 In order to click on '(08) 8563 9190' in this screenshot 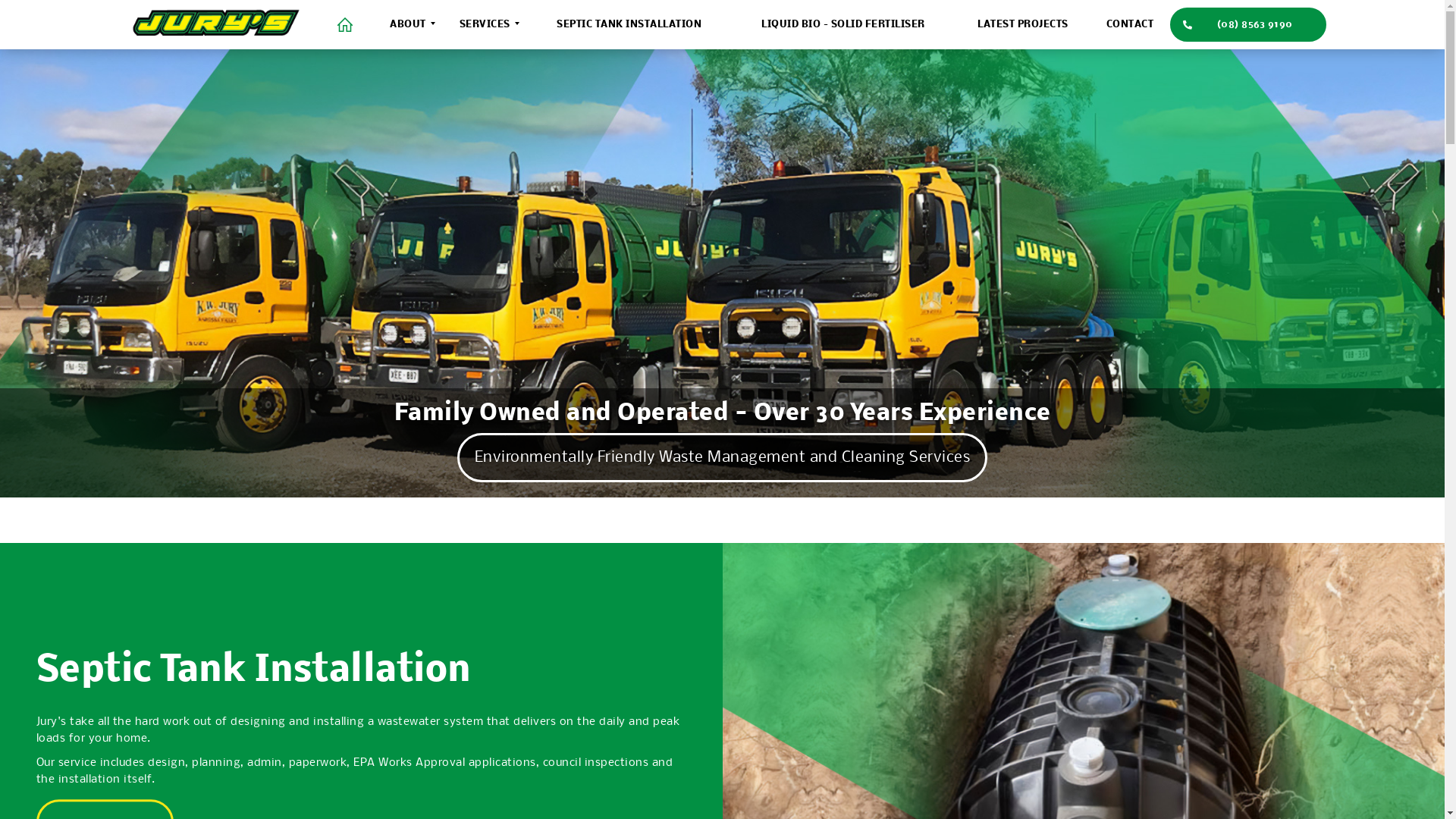, I will do `click(1248, 24)`.